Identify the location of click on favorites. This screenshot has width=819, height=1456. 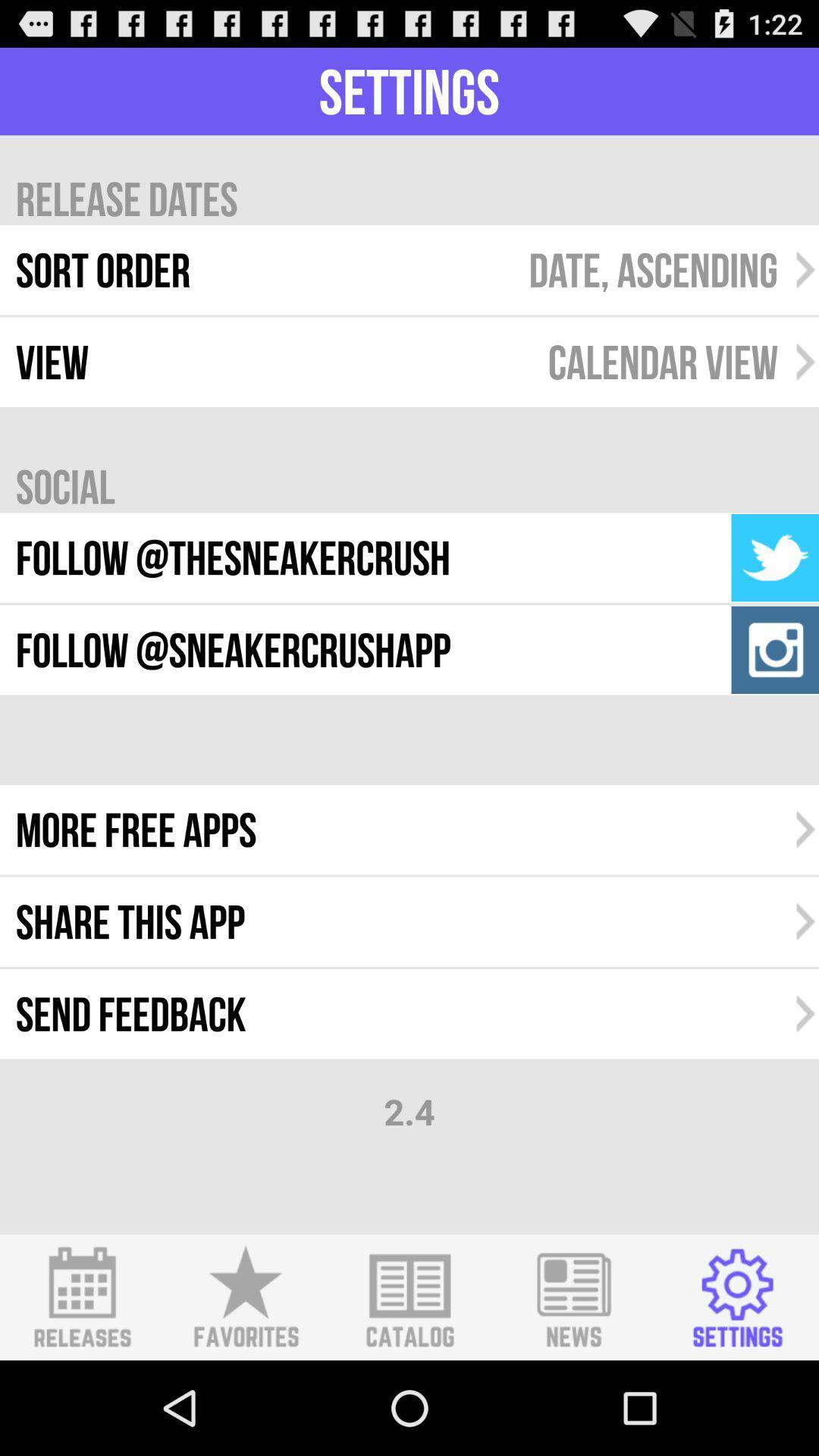
(245, 1297).